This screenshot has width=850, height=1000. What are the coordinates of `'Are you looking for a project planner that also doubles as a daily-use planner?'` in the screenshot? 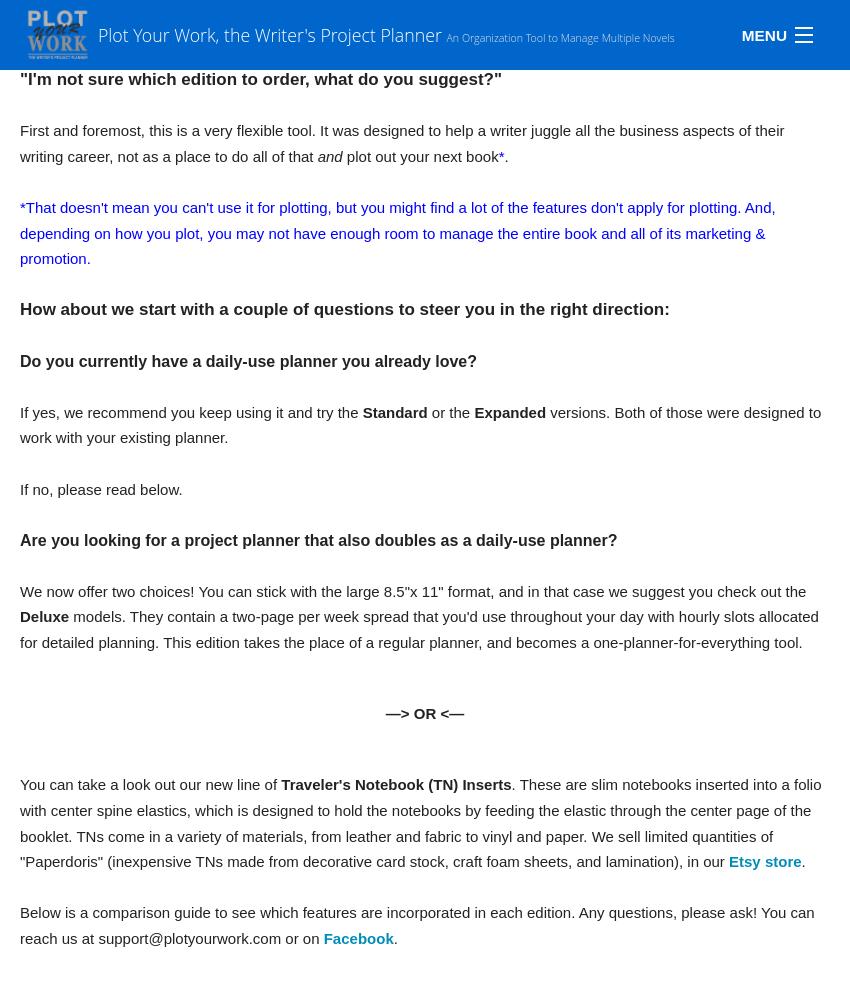 It's located at (318, 539).